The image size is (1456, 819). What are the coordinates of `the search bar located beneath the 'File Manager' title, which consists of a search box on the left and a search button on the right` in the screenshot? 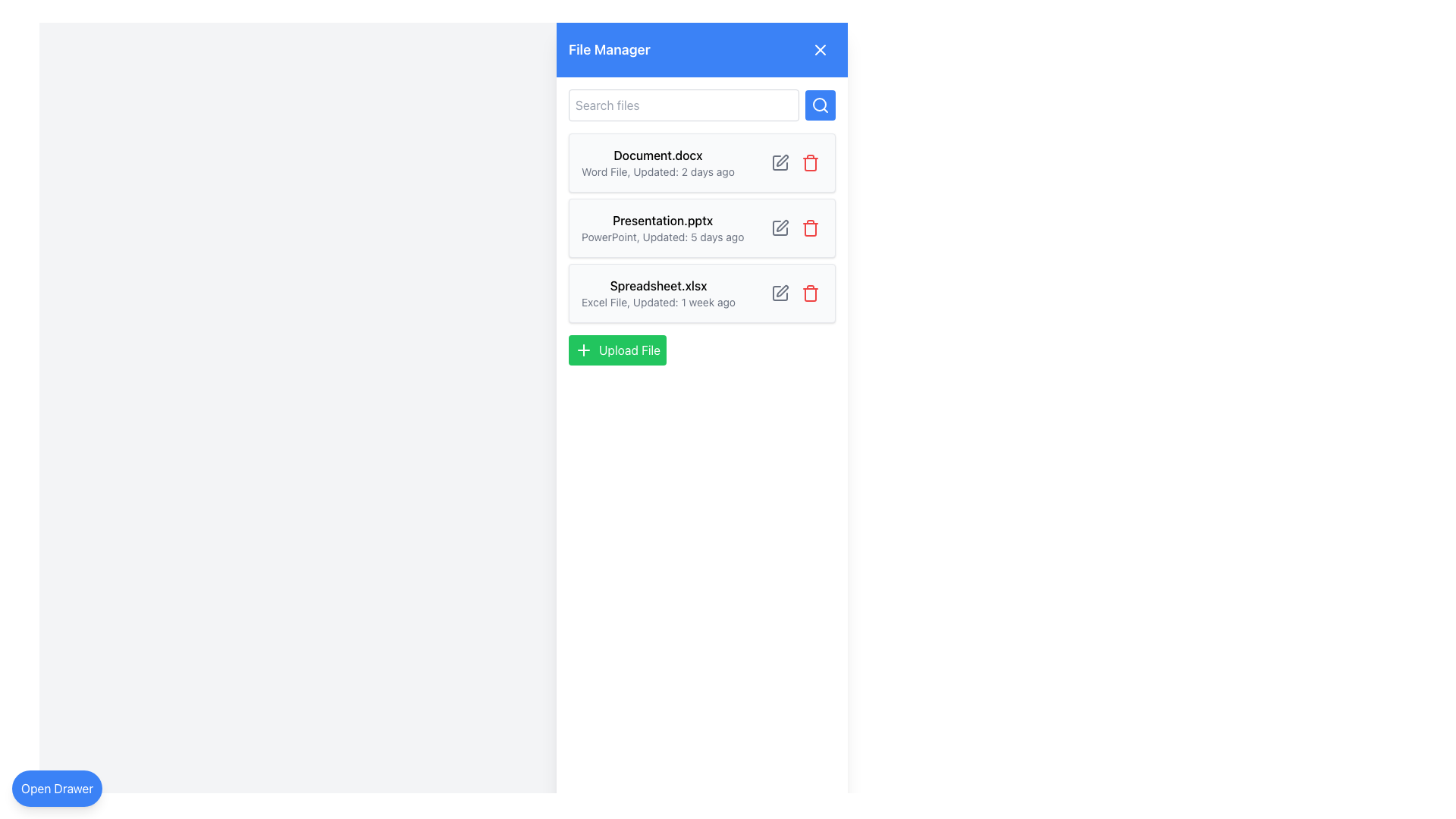 It's located at (701, 104).